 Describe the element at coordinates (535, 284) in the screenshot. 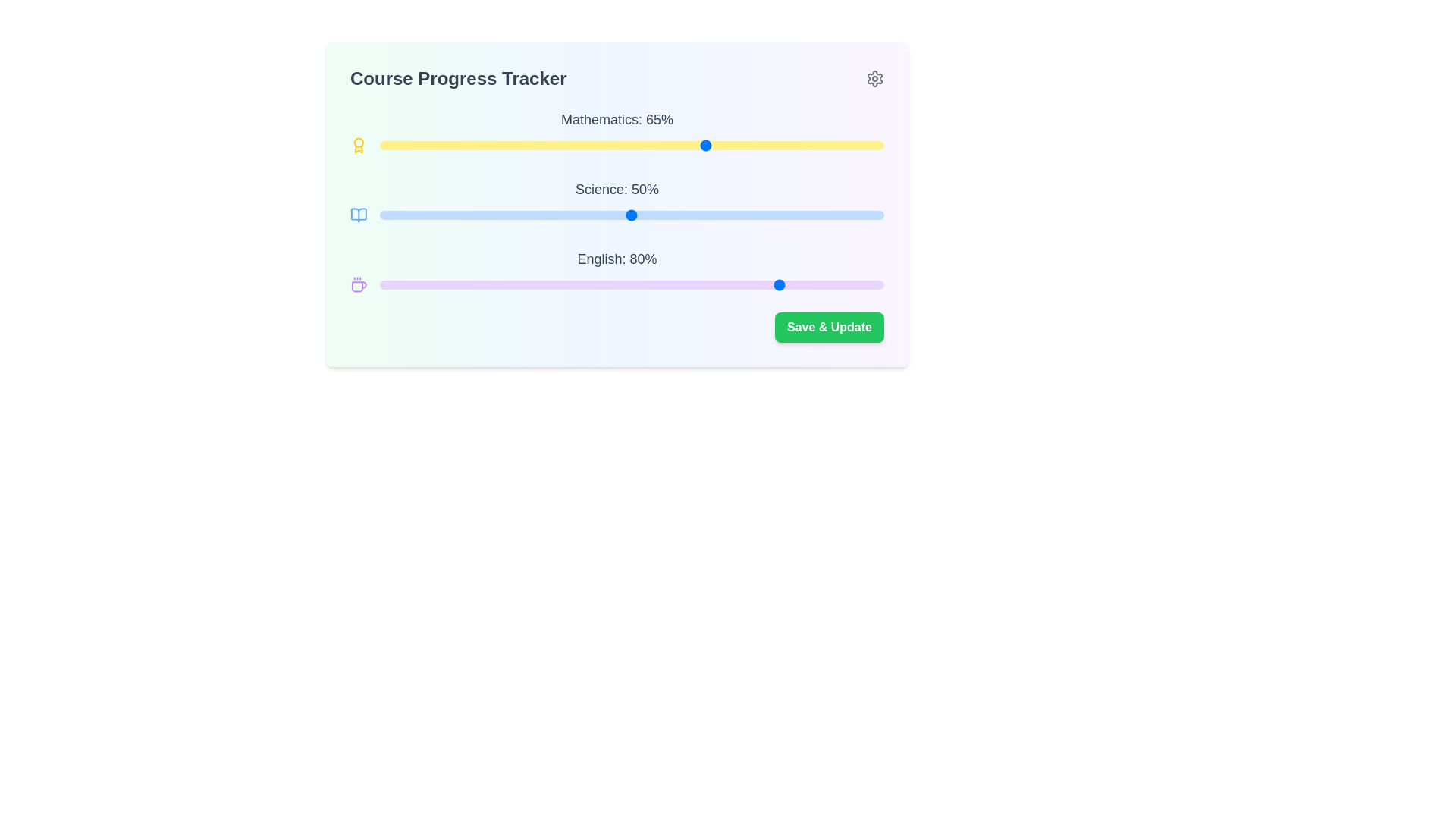

I see `the English progress` at that location.